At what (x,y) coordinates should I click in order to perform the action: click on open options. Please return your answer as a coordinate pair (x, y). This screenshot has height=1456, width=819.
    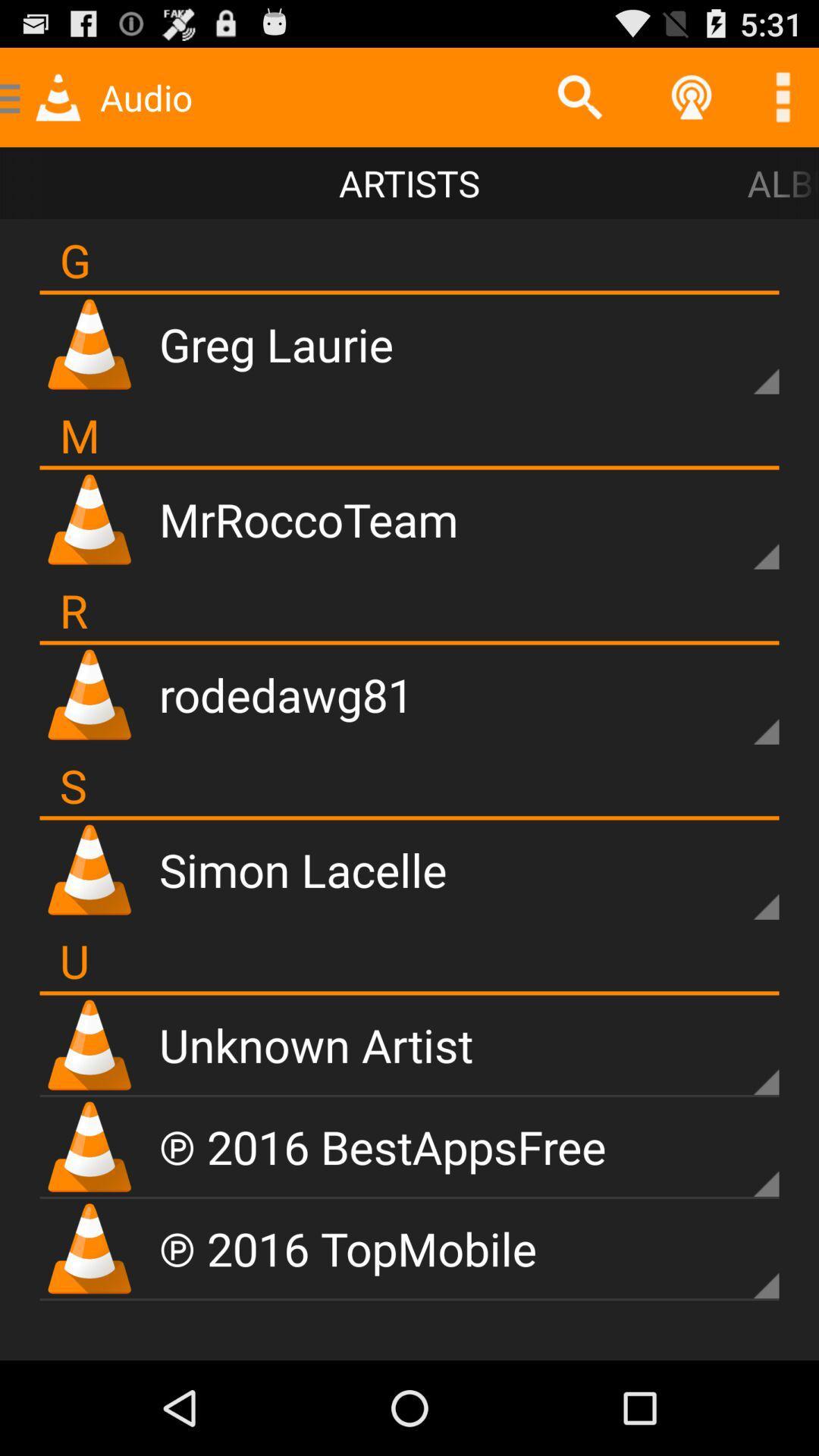
    Looking at the image, I should click on (783, 96).